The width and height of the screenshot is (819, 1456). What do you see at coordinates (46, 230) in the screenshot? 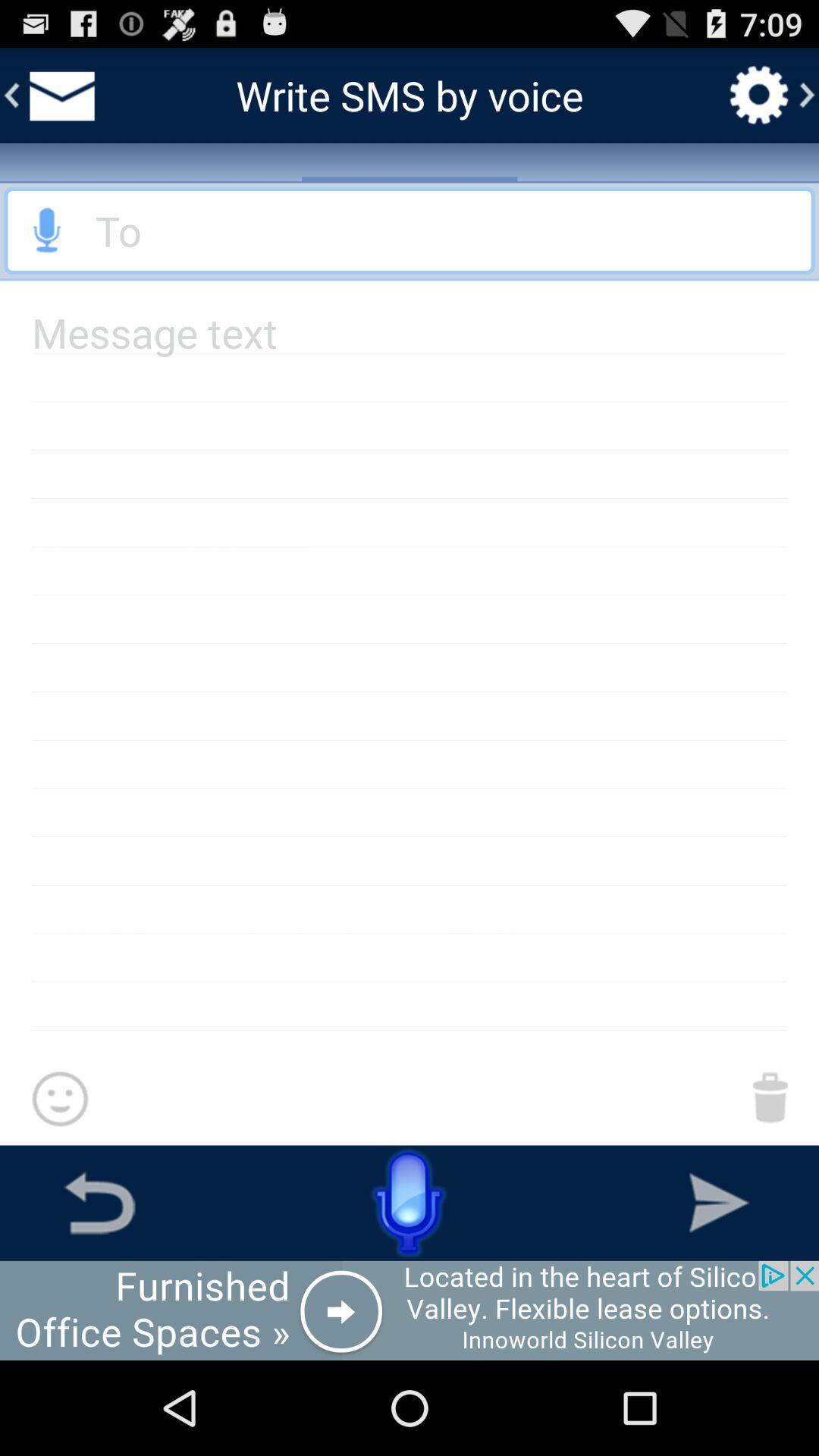
I see `microphone` at bounding box center [46, 230].